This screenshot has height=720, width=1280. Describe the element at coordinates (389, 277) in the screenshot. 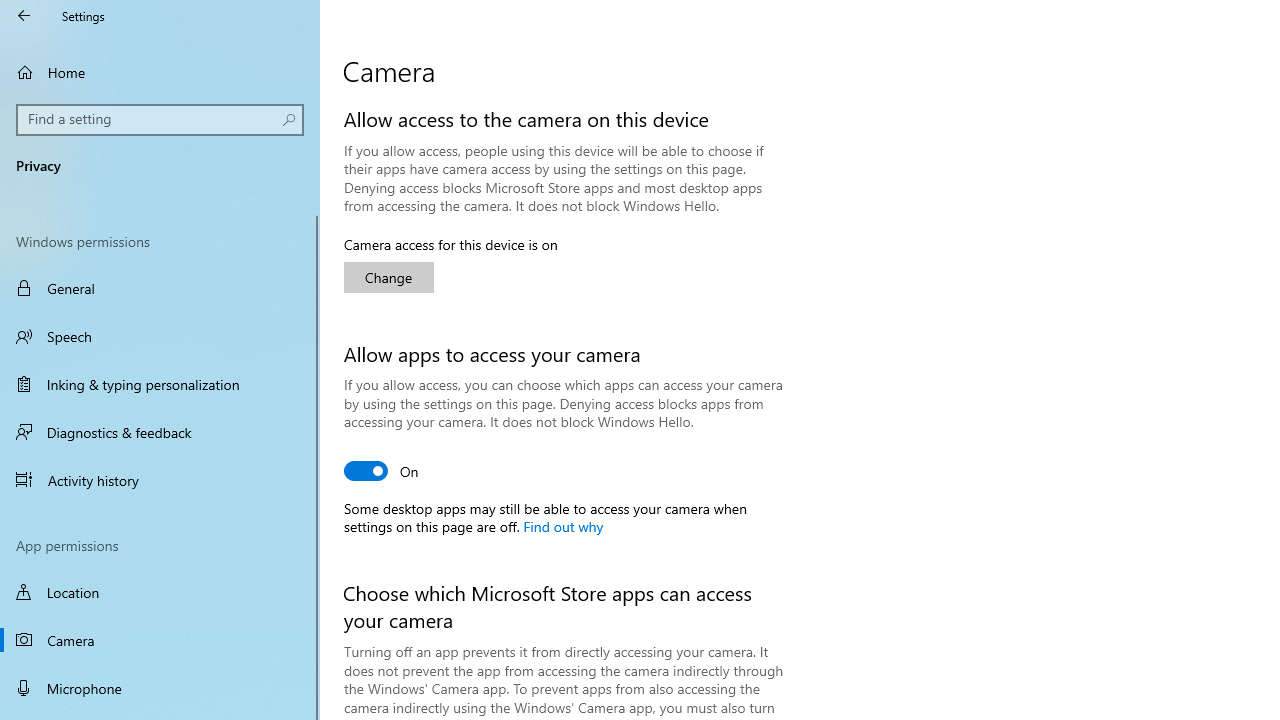

I see `'Change'` at that location.